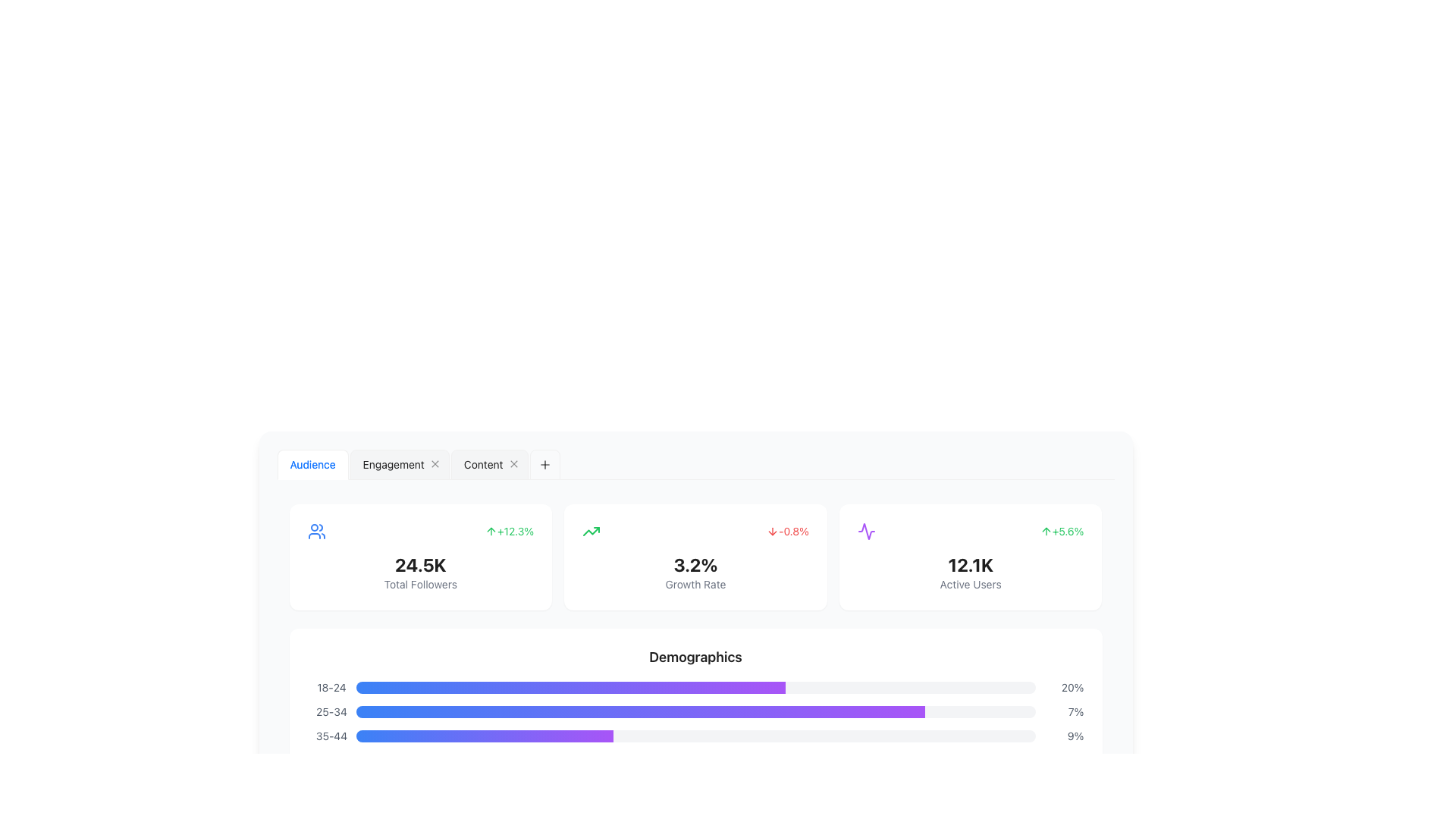  I want to click on the text label indicating the percentage value for the demographic group '35-44', which is located to the far right of the demographic section row, so click(1059, 736).